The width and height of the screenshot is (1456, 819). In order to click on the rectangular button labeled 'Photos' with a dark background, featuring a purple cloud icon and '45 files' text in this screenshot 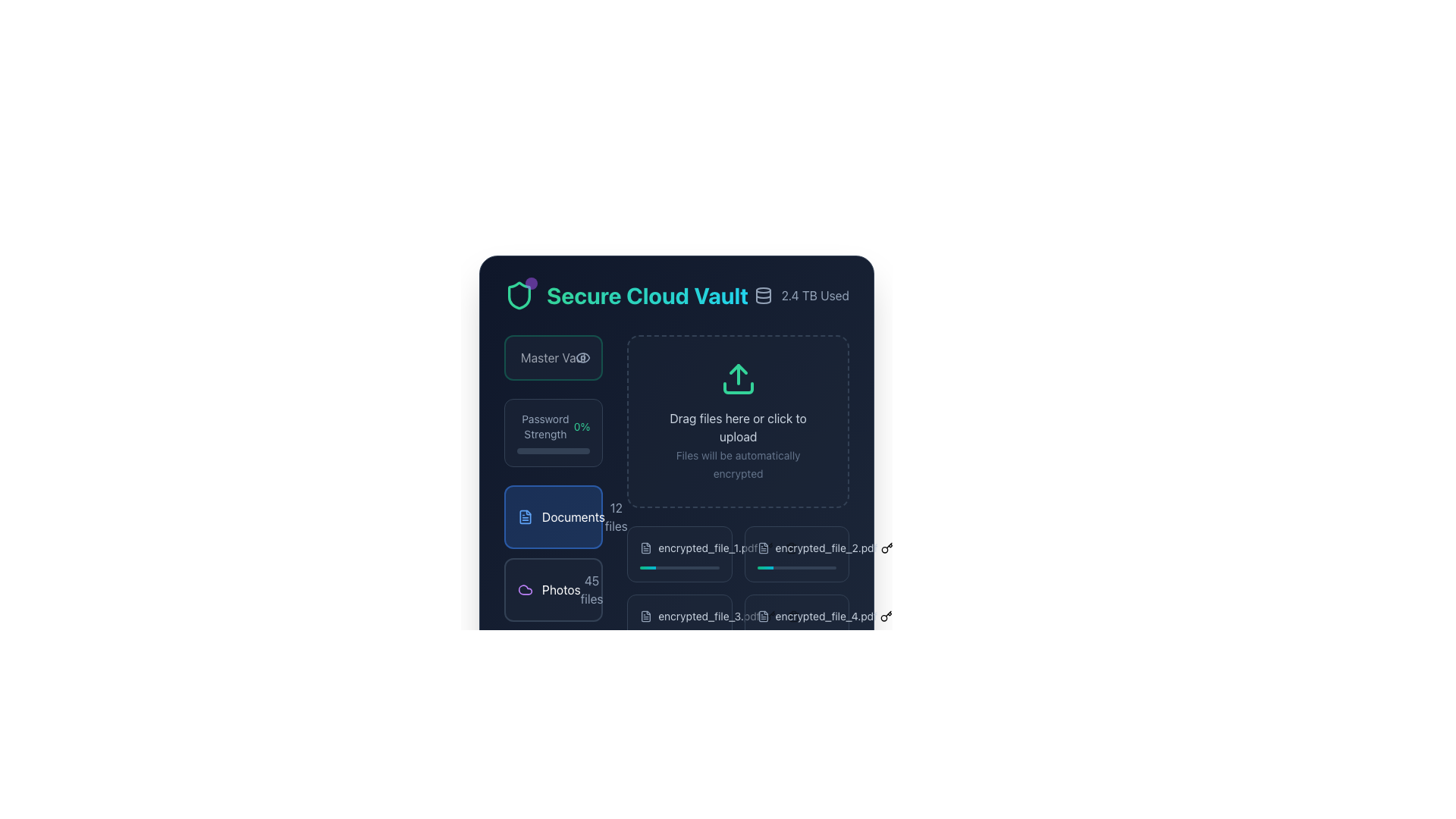, I will do `click(553, 589)`.